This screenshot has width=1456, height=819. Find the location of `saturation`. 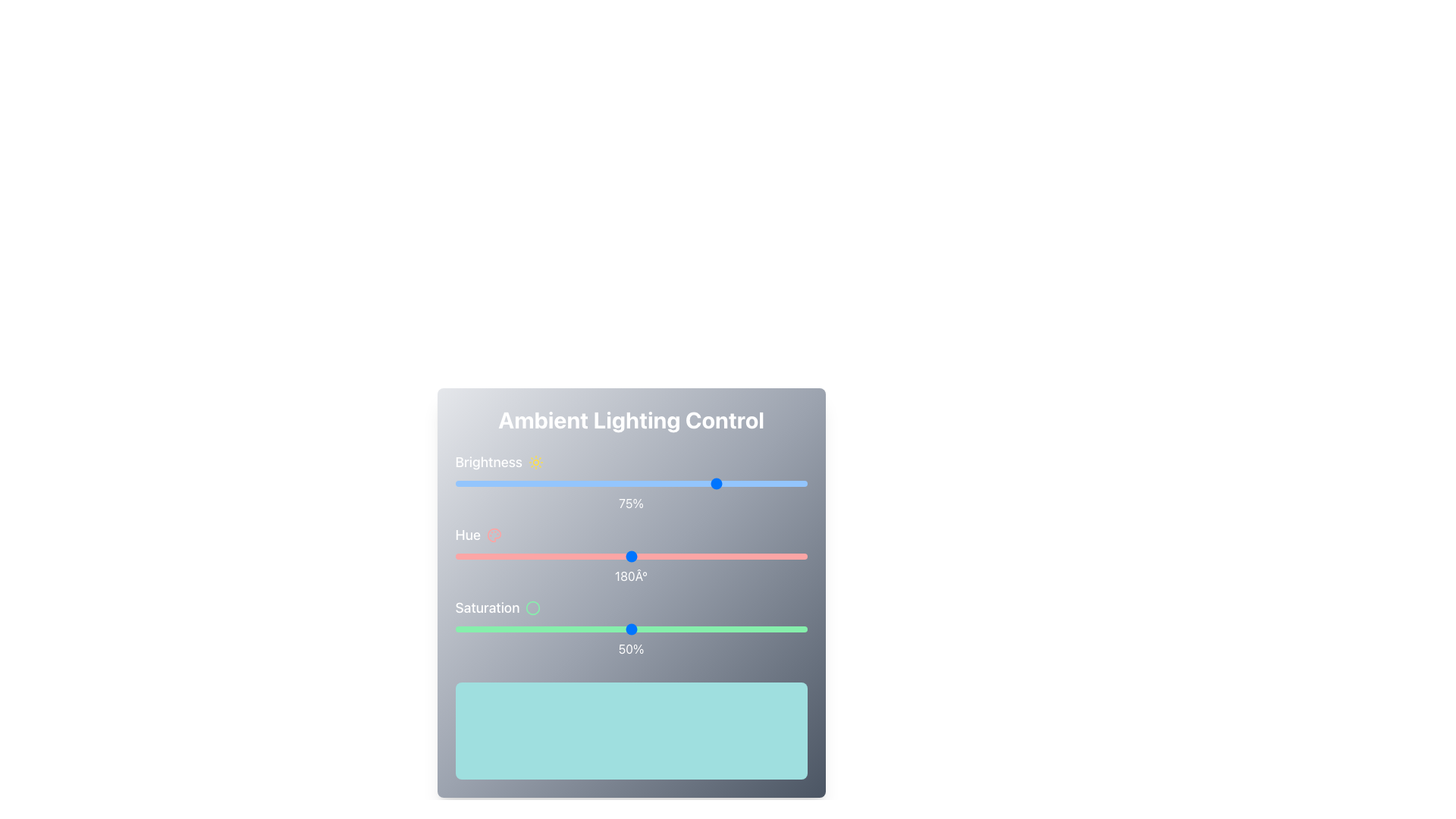

saturation is located at coordinates (730, 629).